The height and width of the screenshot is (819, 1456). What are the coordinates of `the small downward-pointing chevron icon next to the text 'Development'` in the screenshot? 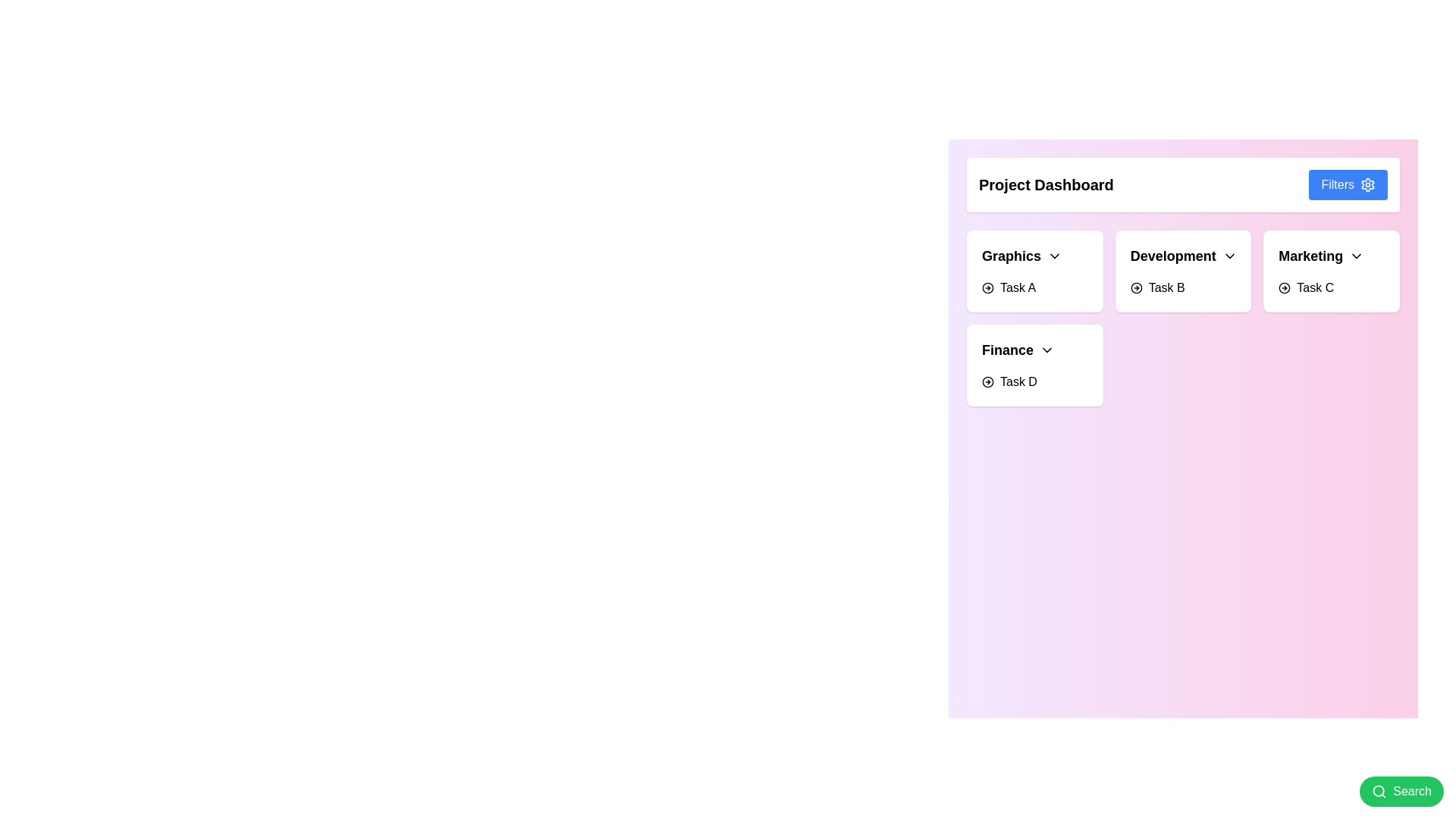 It's located at (1229, 256).